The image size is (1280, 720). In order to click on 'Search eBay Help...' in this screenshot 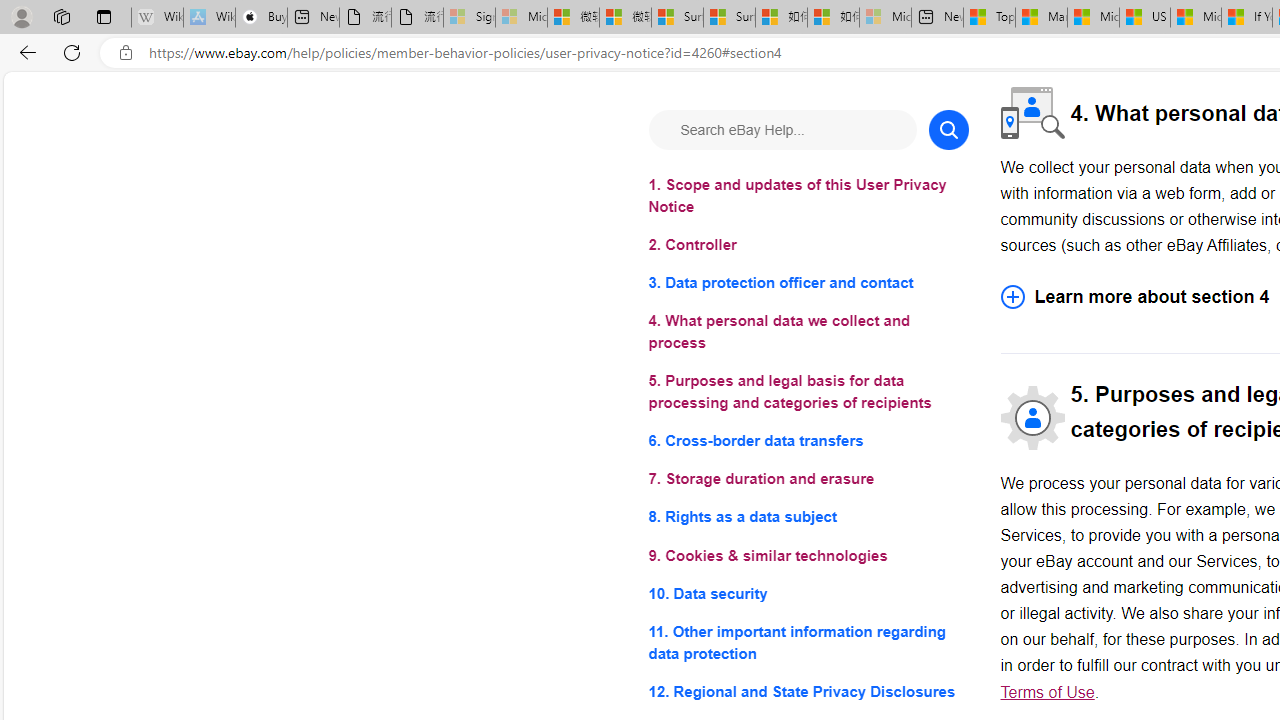, I will do `click(781, 129)`.